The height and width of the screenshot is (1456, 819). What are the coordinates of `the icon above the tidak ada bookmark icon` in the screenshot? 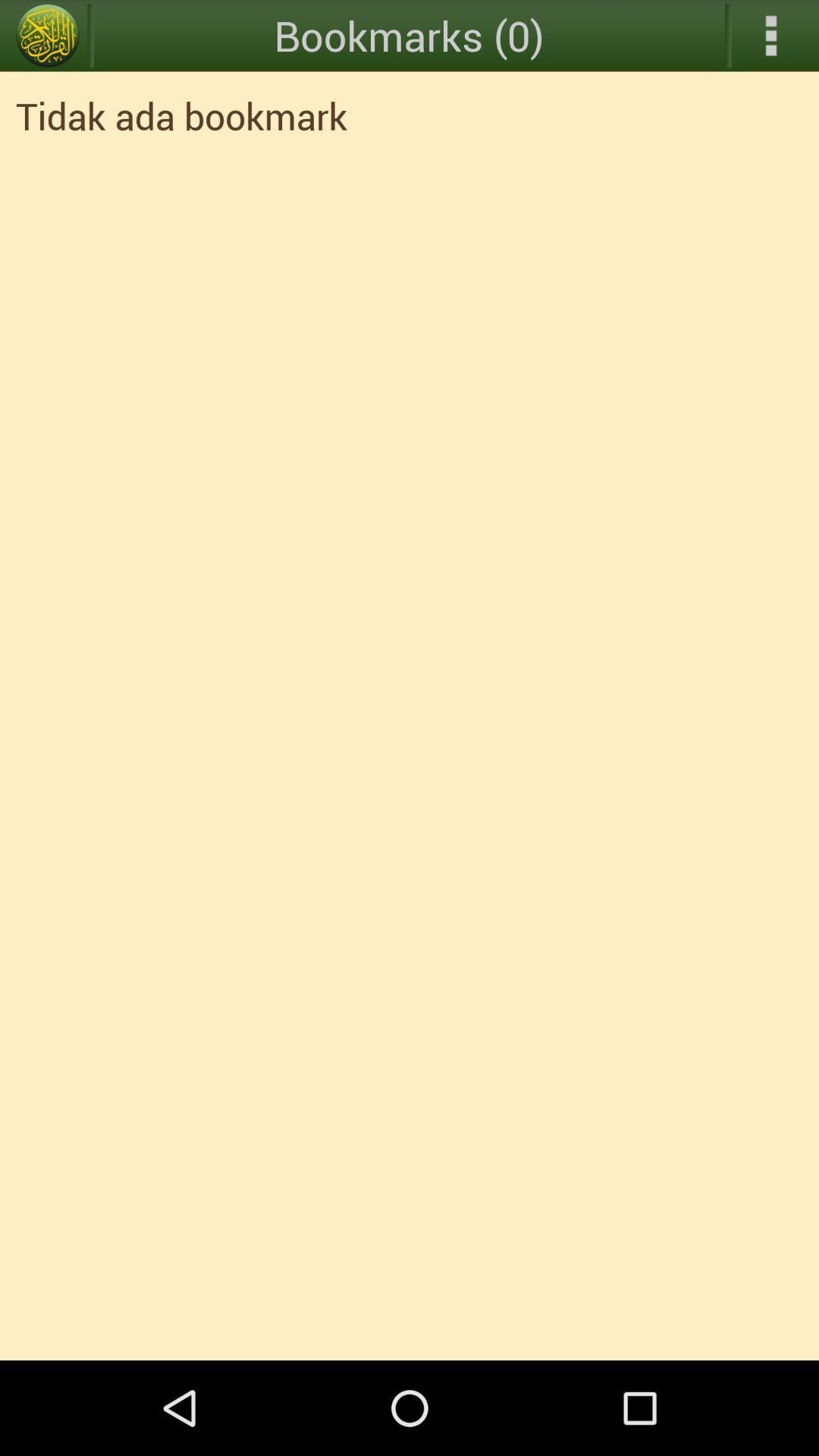 It's located at (771, 36).